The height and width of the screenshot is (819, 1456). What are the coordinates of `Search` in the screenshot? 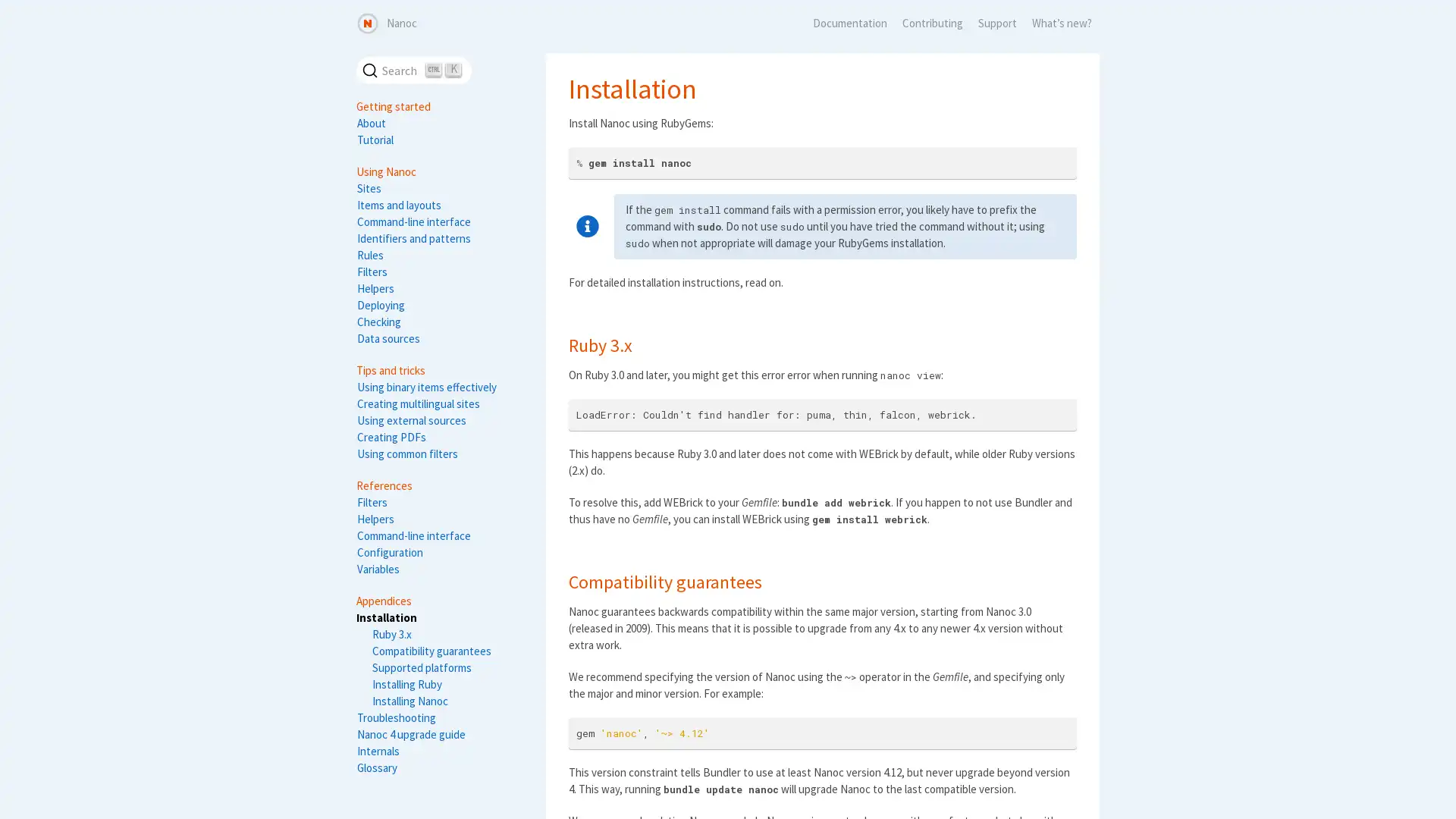 It's located at (414, 70).